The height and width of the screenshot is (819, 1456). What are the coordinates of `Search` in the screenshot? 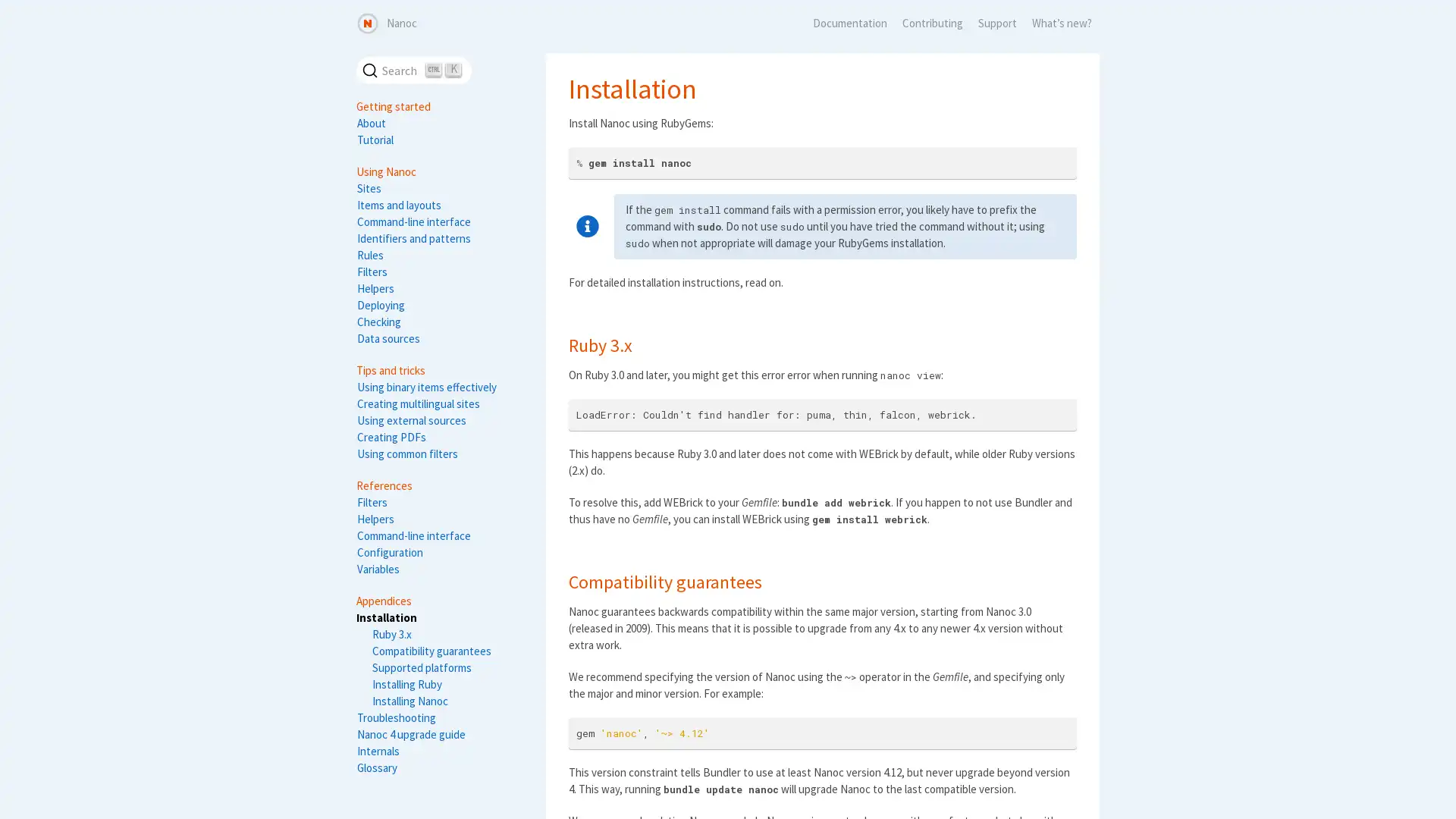 It's located at (414, 70).